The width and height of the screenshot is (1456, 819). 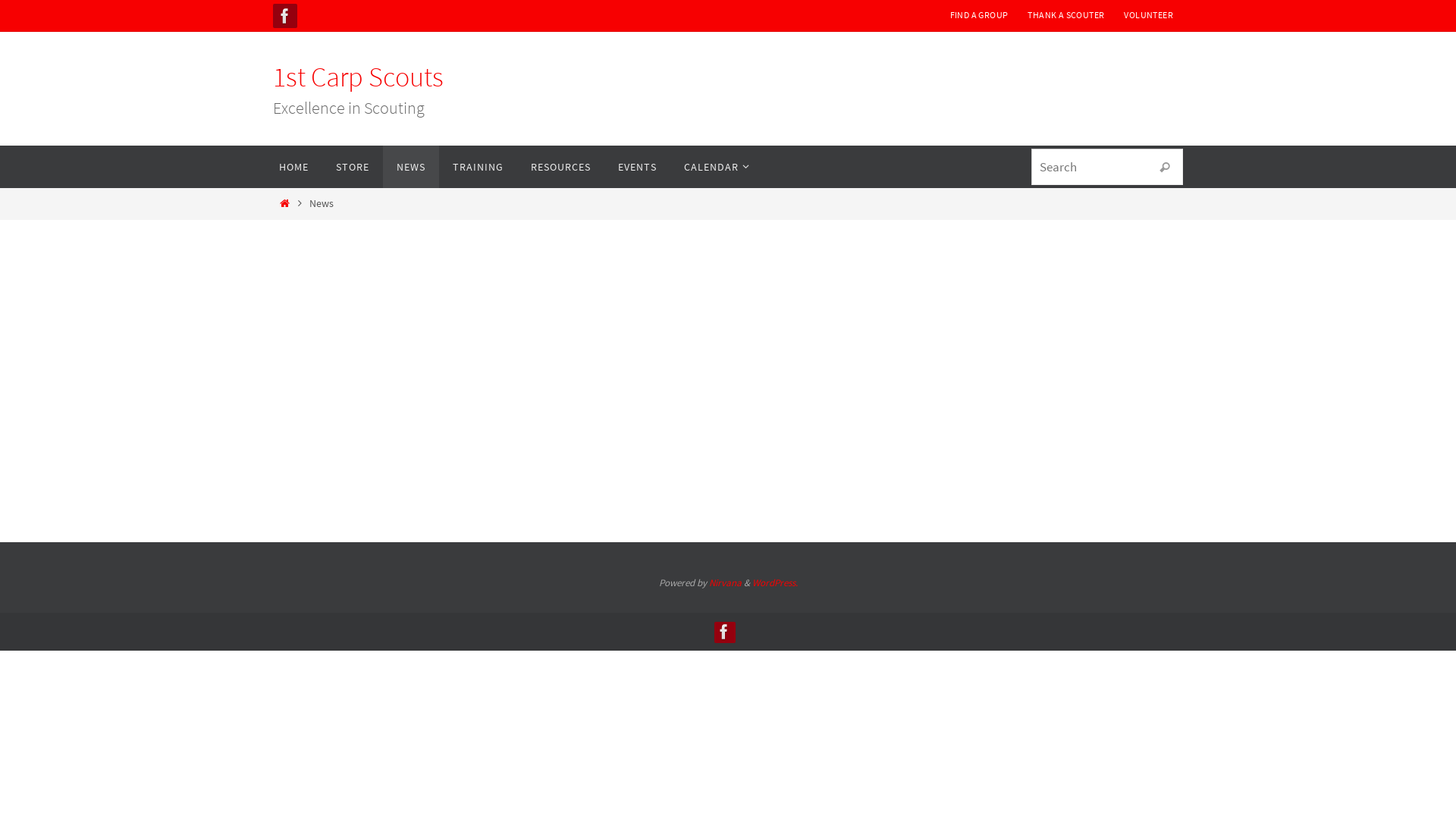 What do you see at coordinates (713, 632) in the screenshot?
I see `'1st Carp Scouting on Facebook'` at bounding box center [713, 632].